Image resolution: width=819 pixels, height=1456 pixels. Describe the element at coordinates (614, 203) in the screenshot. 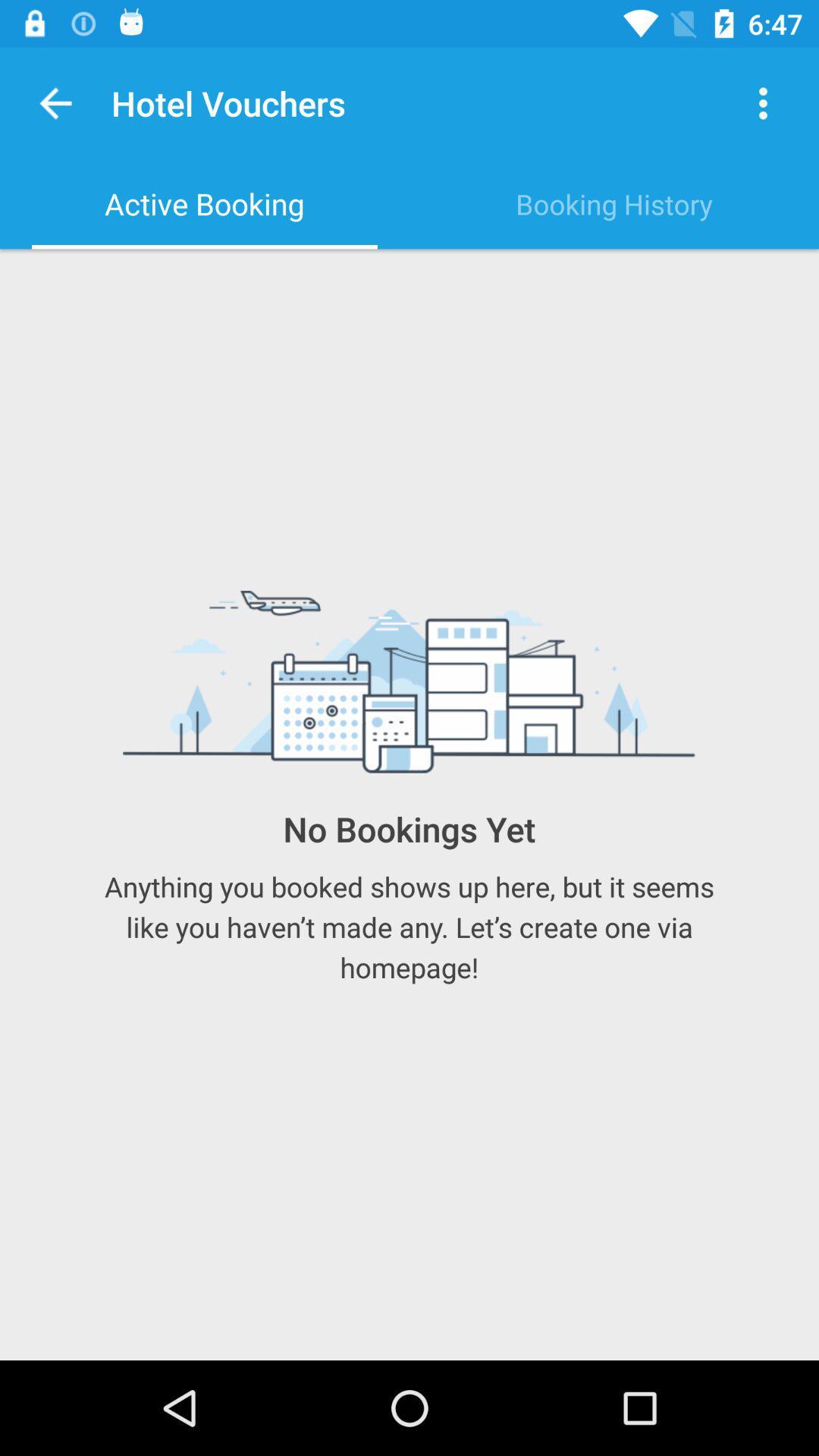

I see `booking history` at that location.